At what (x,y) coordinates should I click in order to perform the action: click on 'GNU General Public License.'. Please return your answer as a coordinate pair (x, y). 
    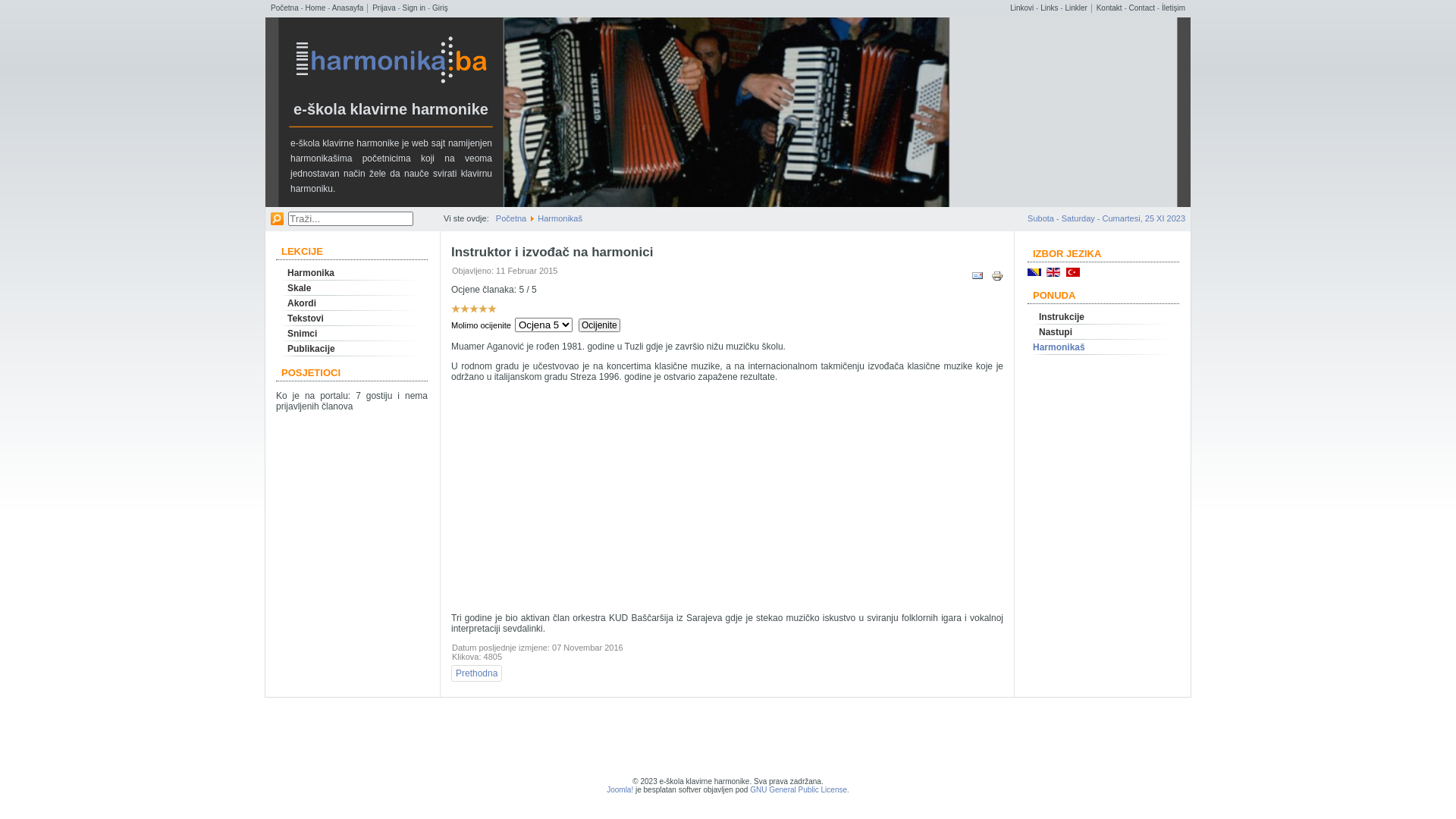
    Looking at the image, I should click on (799, 789).